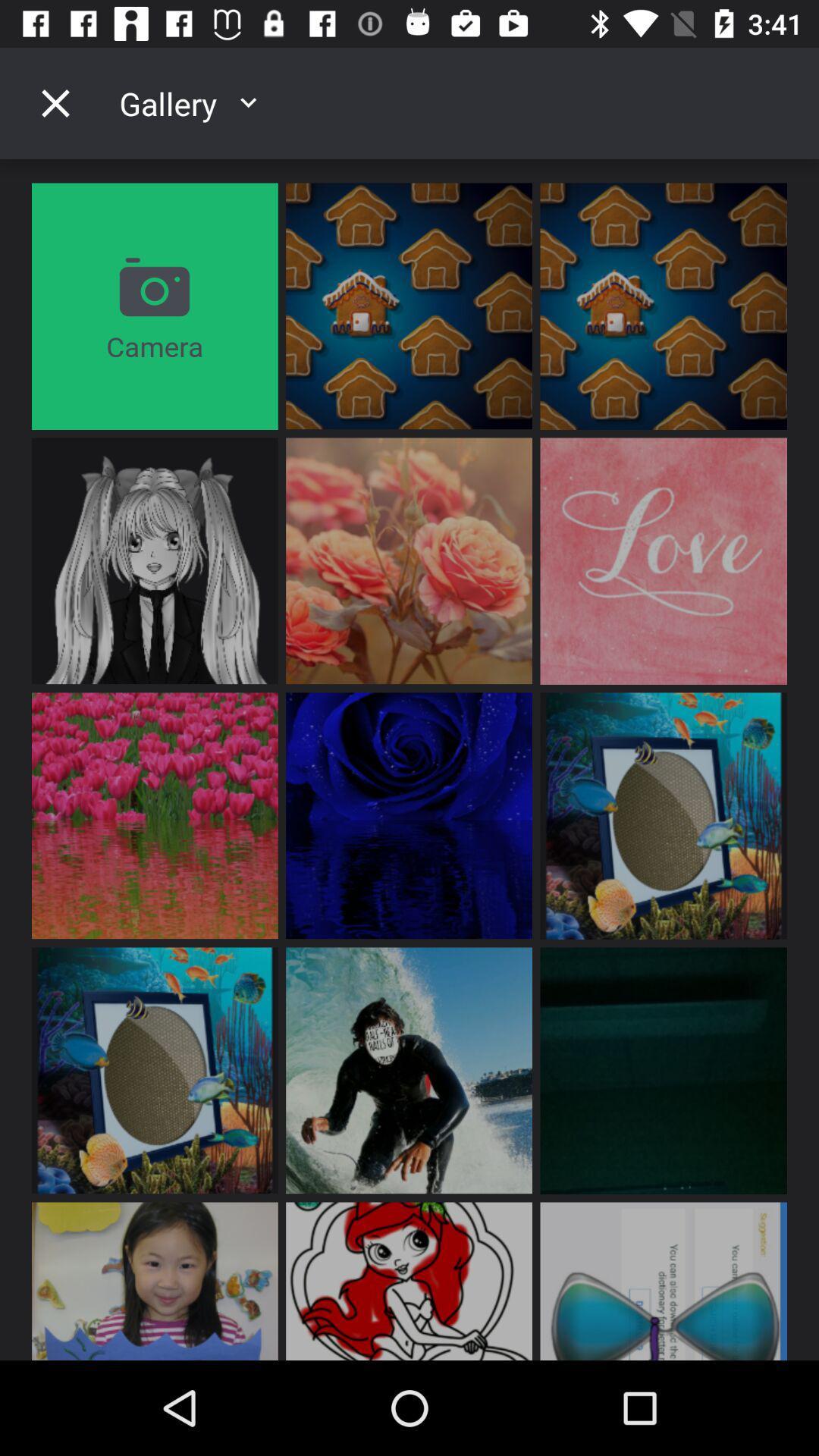  I want to click on the icon above camera, so click(55, 102).